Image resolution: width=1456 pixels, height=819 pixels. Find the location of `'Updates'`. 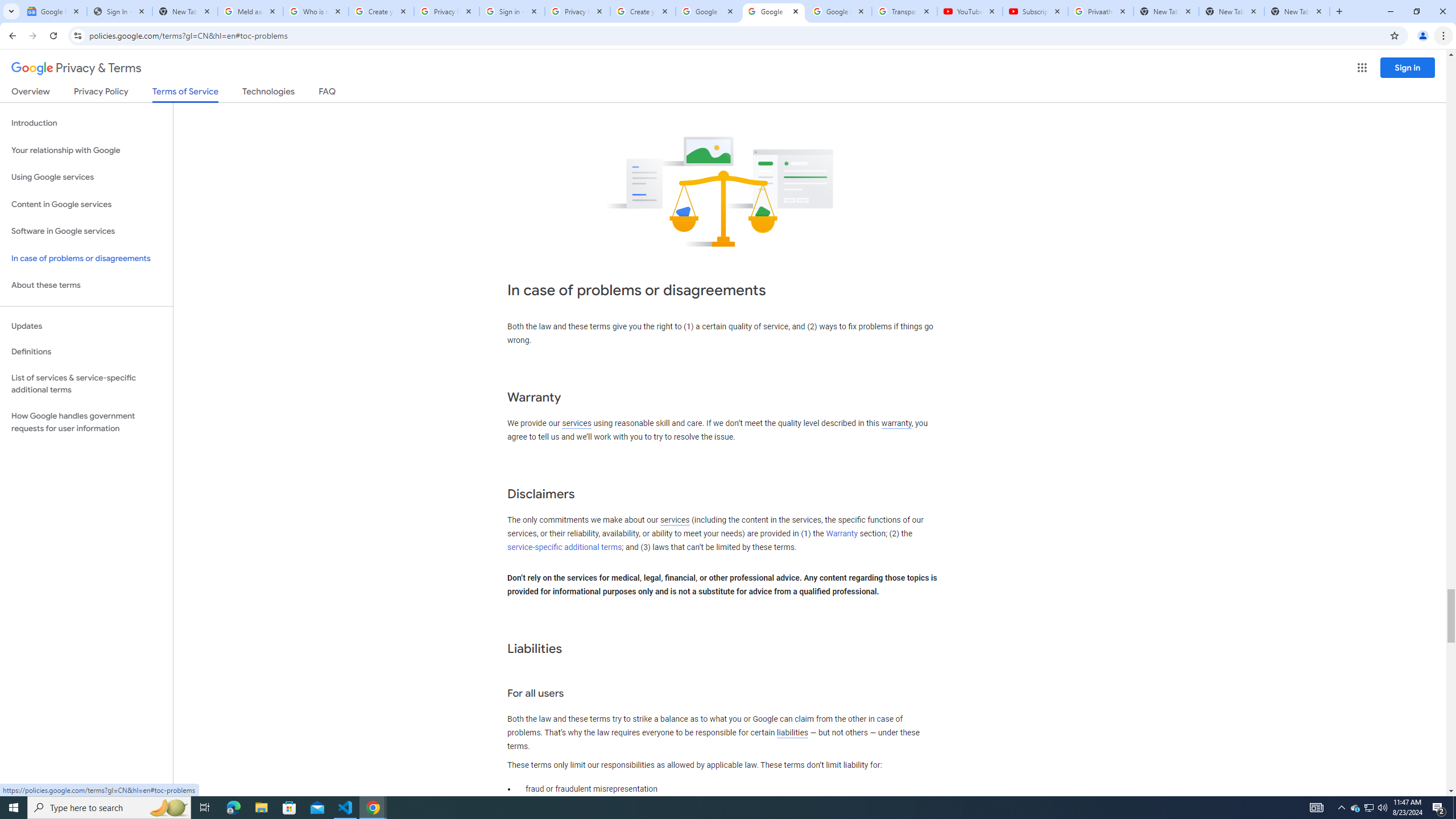

'Updates' is located at coordinates (86, 325).